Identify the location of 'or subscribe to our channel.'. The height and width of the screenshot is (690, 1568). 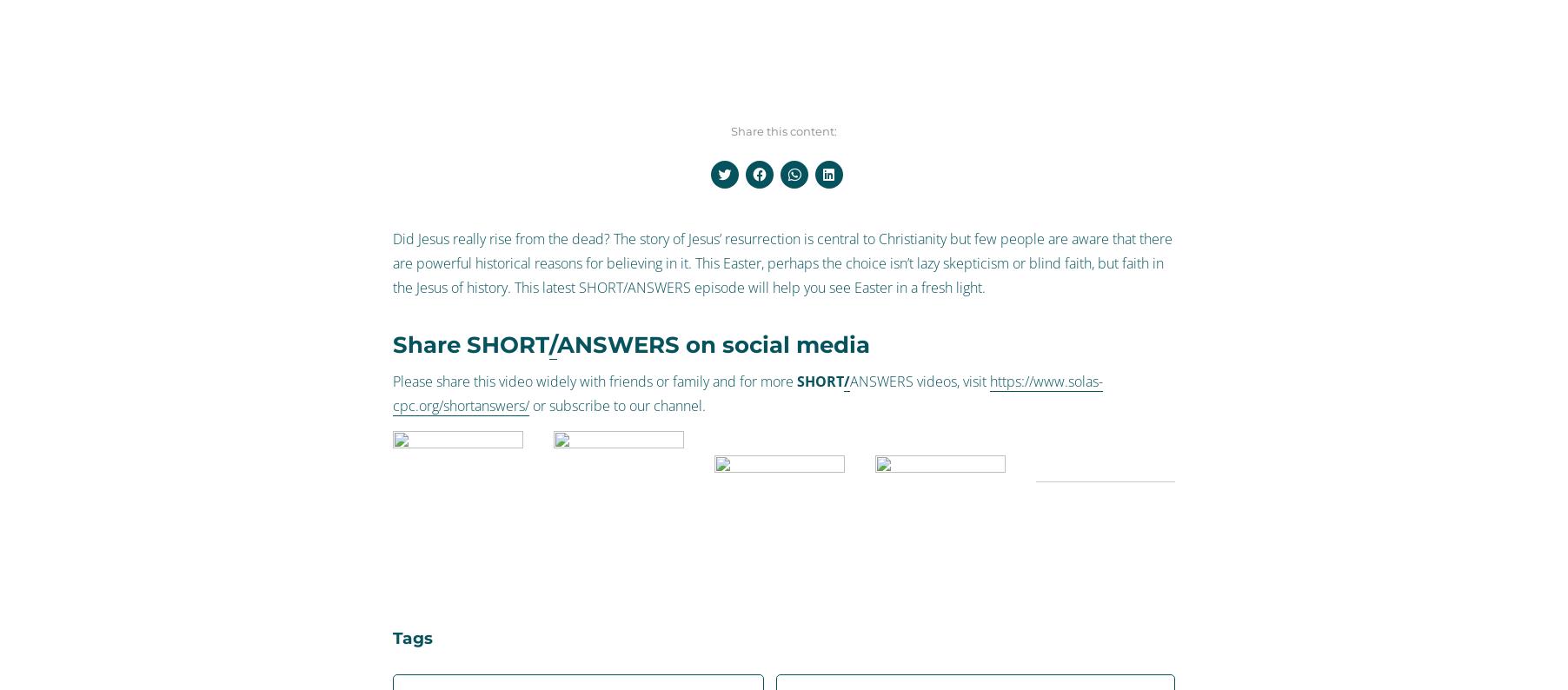
(617, 404).